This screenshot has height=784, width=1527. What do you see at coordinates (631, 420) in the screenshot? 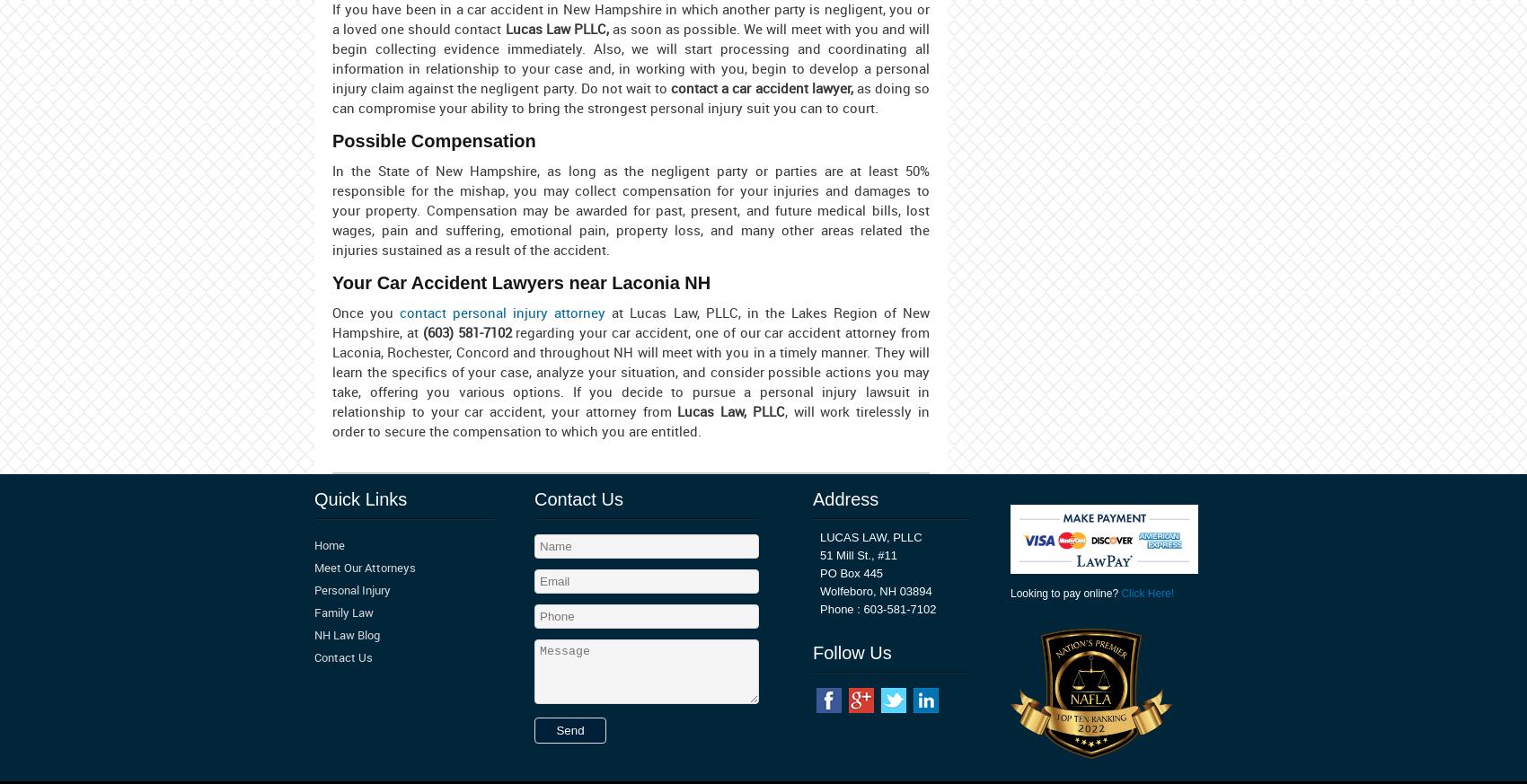
I see `', will work tirelessly in order to secure the compensation to which you are entitled.'` at bounding box center [631, 420].